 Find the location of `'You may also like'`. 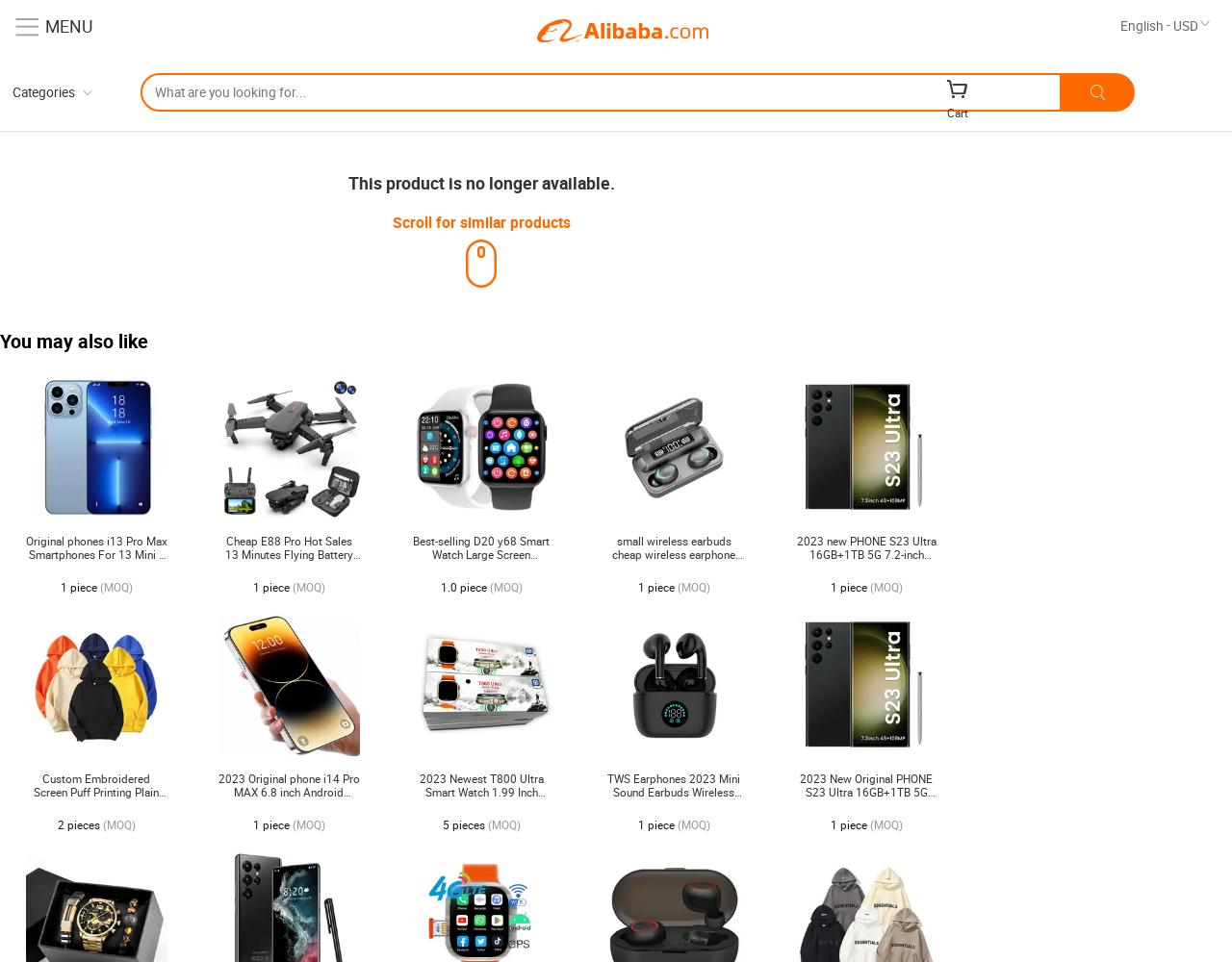

'You may also like' is located at coordinates (74, 341).